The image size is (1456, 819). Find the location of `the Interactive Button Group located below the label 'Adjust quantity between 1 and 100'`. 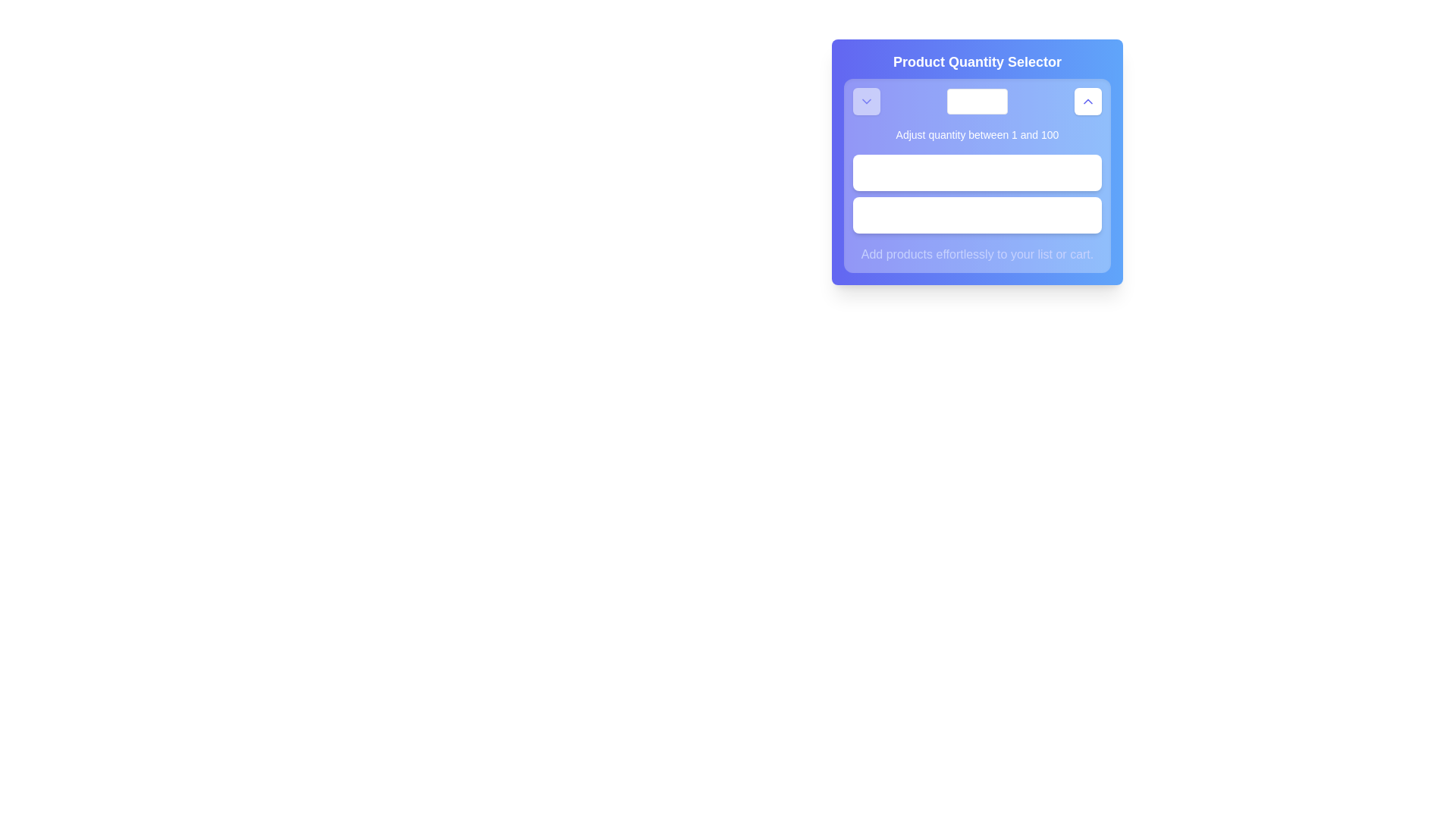

the Interactive Button Group located below the label 'Adjust quantity between 1 and 100' is located at coordinates (977, 193).